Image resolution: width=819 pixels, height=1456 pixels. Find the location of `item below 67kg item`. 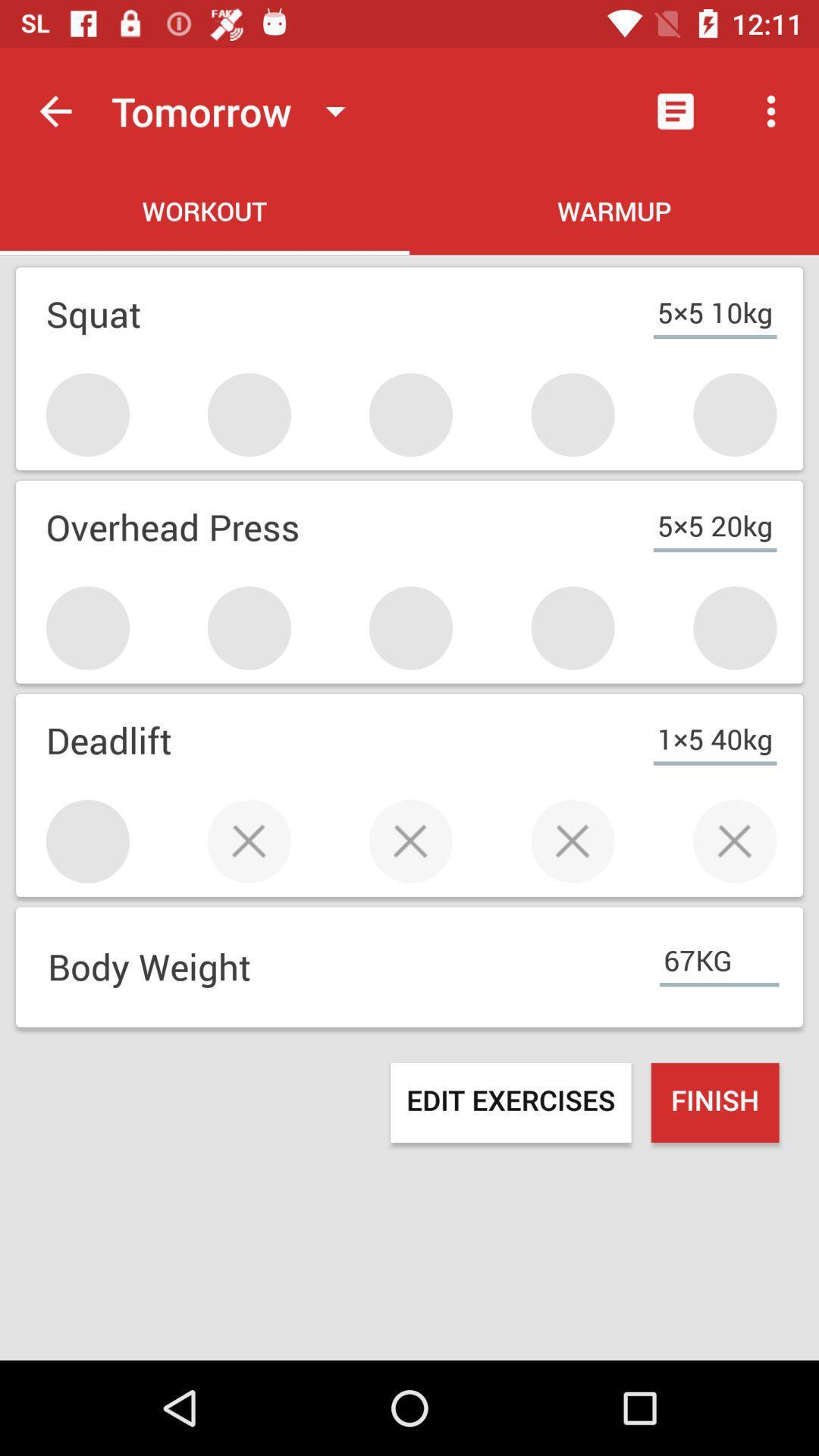

item below 67kg item is located at coordinates (715, 1103).